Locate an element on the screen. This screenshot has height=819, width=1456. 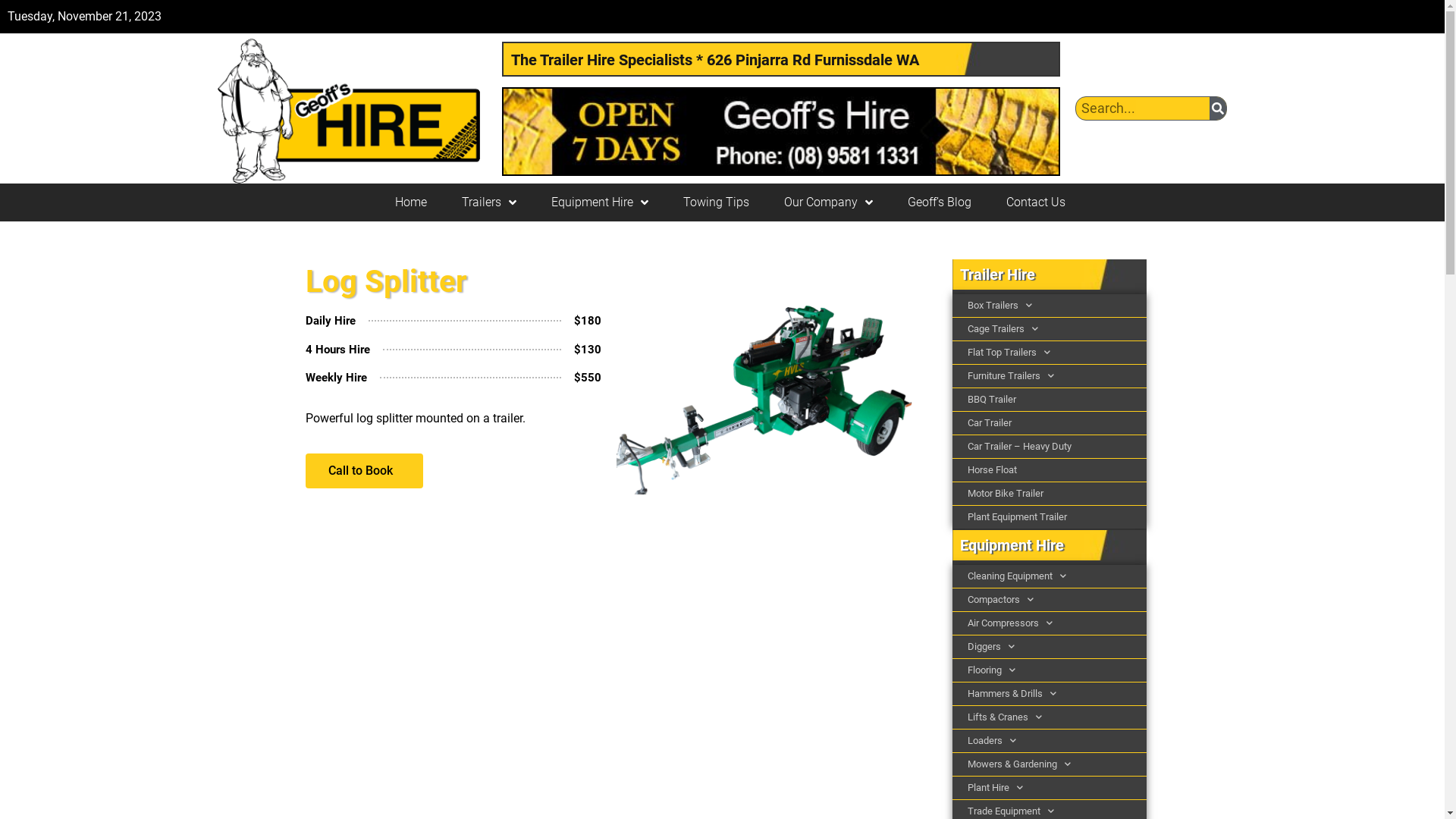
'Air Compressors' is located at coordinates (1048, 623).